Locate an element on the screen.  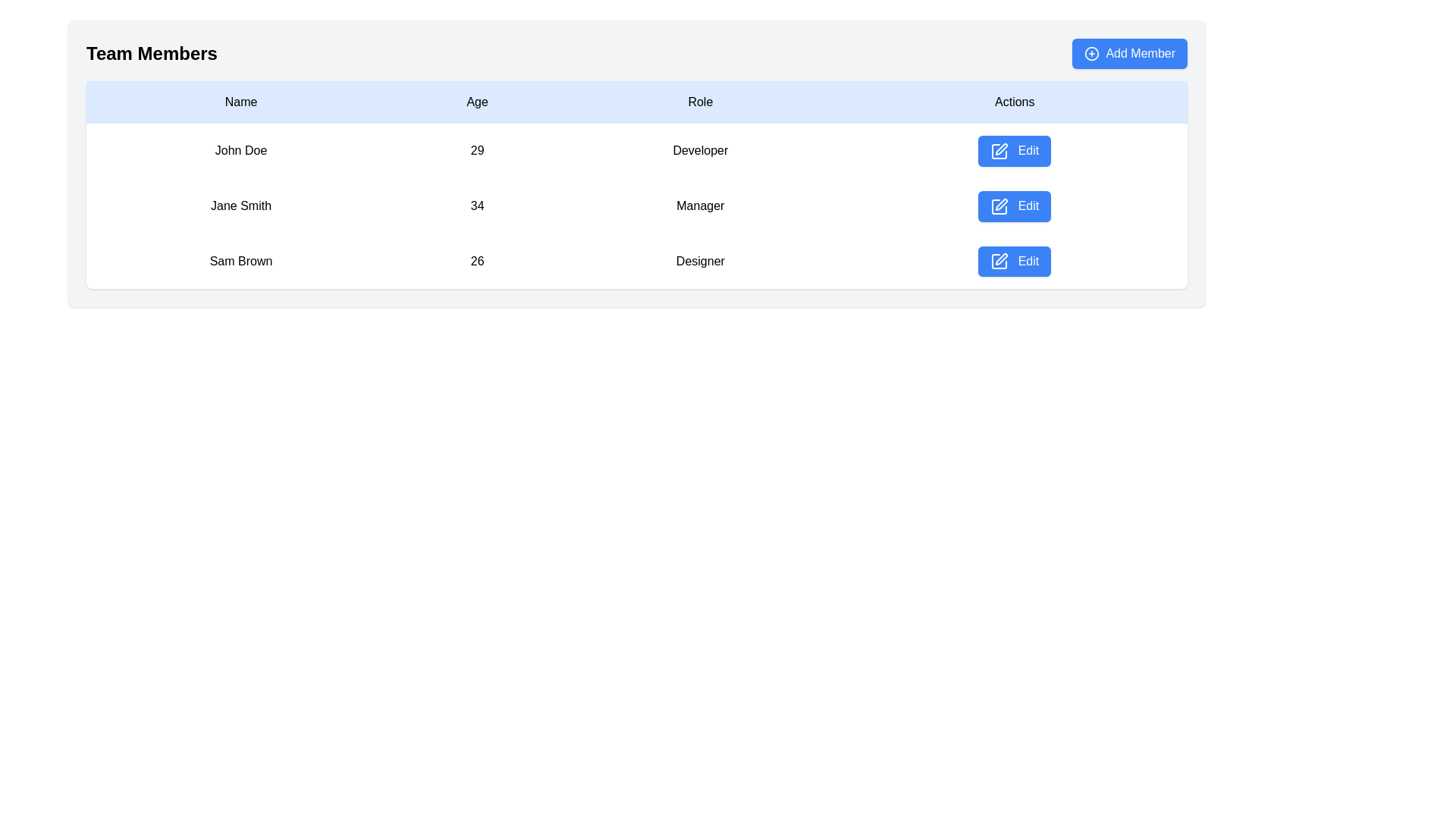
the 'Add Member' icon located on the left side of the 'Add Member' button, which visually indicates the purpose of adding a new member is located at coordinates (1092, 52).